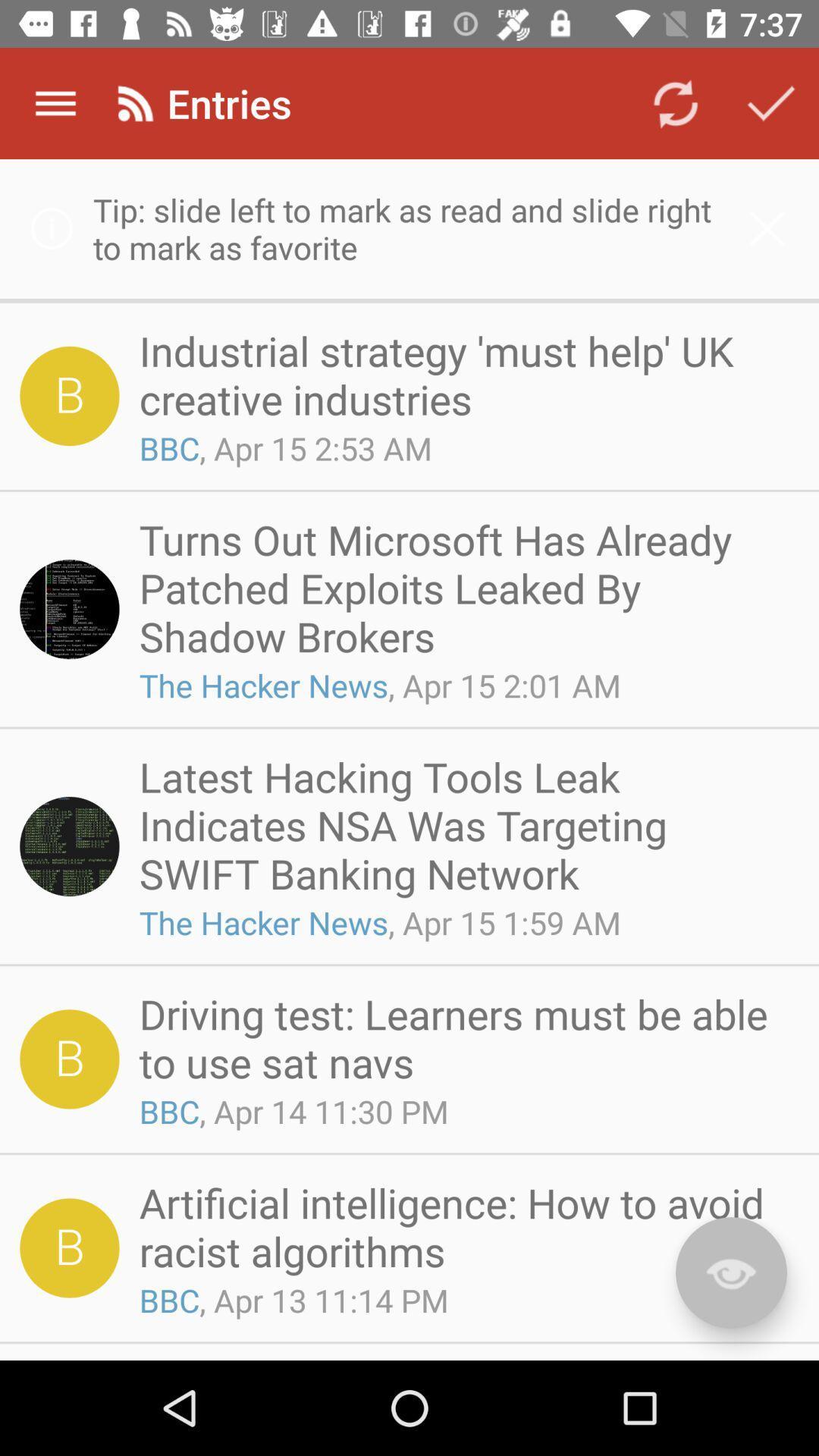 This screenshot has width=819, height=1456. Describe the element at coordinates (55, 102) in the screenshot. I see `app above tip slide left app` at that location.